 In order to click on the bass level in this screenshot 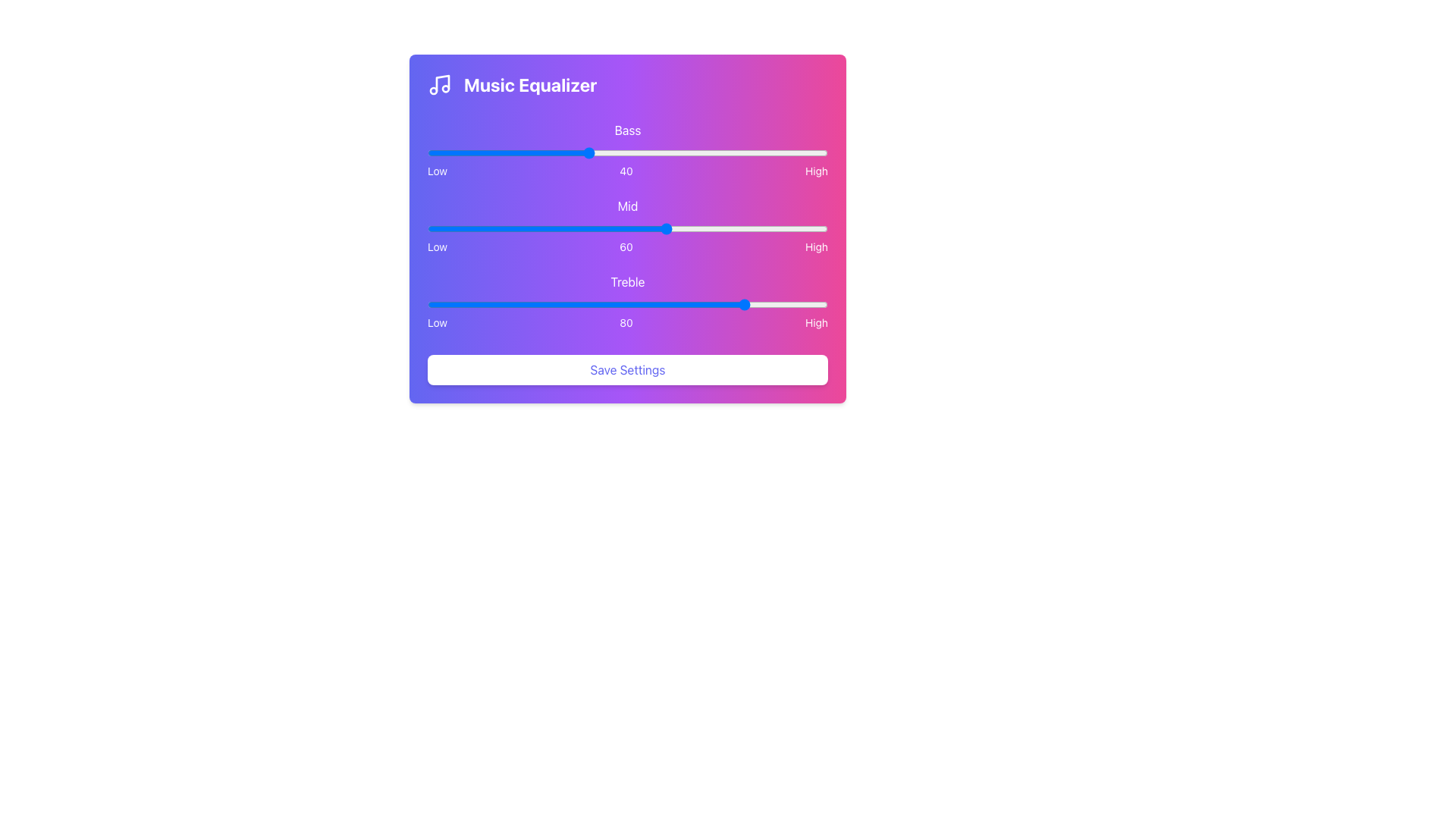, I will do `click(504, 152)`.